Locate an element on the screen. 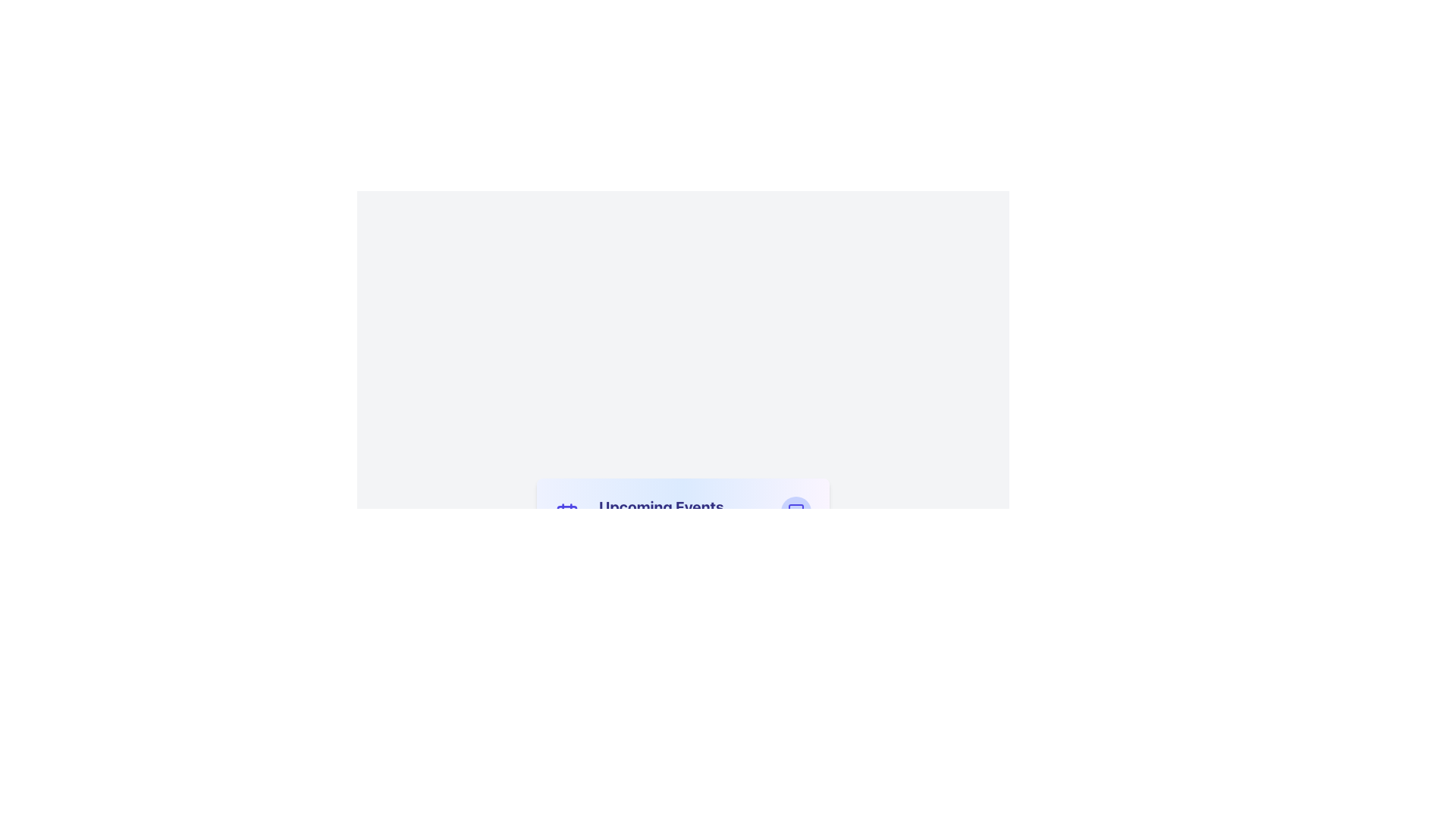  the button located in the bottom-right corner of the 'Upcoming Events' card is located at coordinates (795, 512).